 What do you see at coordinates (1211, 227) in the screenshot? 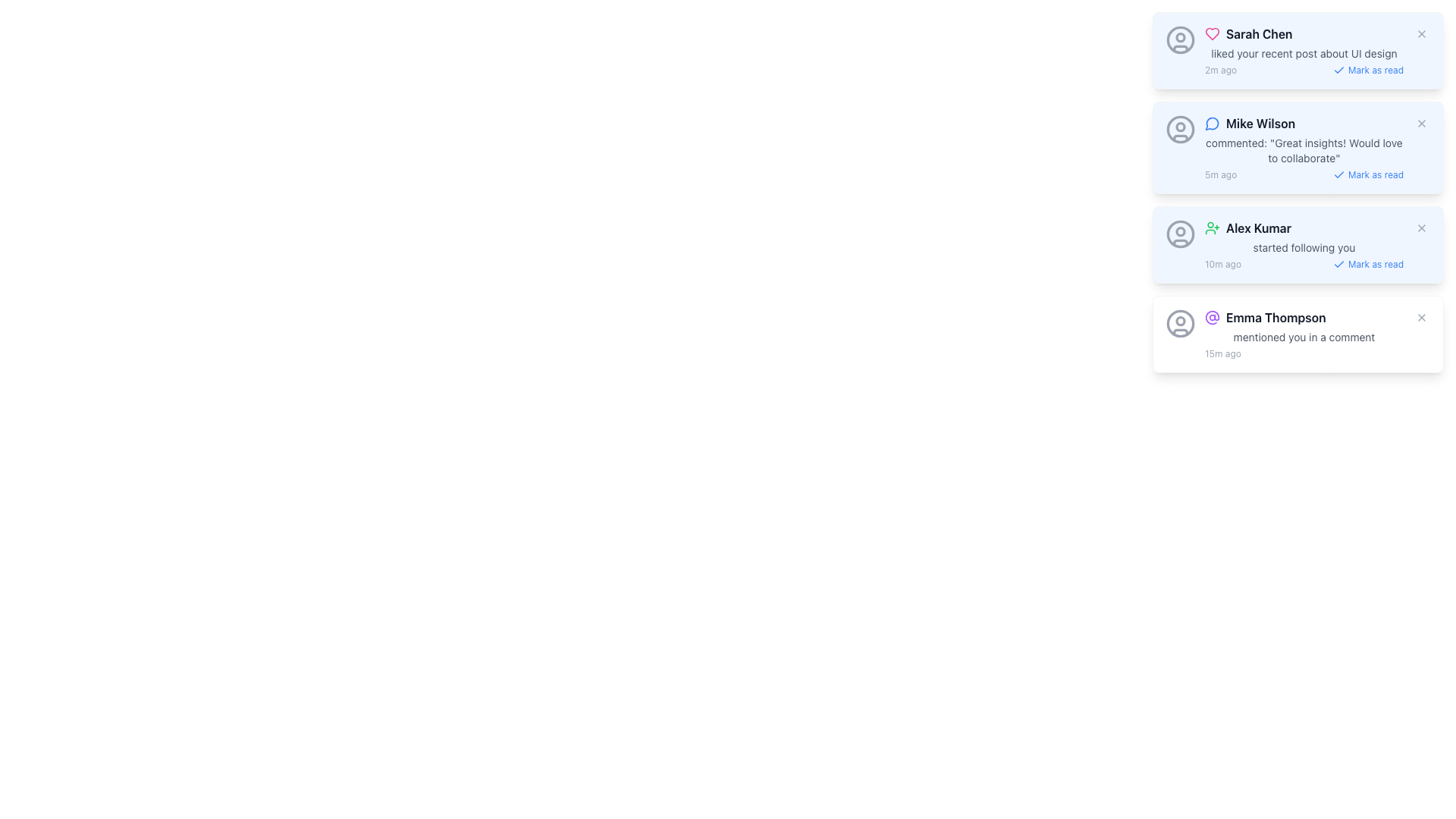
I see `the green user silhouette icon with a plus sign, located to the left of the text 'Alex Kumar' in the third notification card from the top` at bounding box center [1211, 227].